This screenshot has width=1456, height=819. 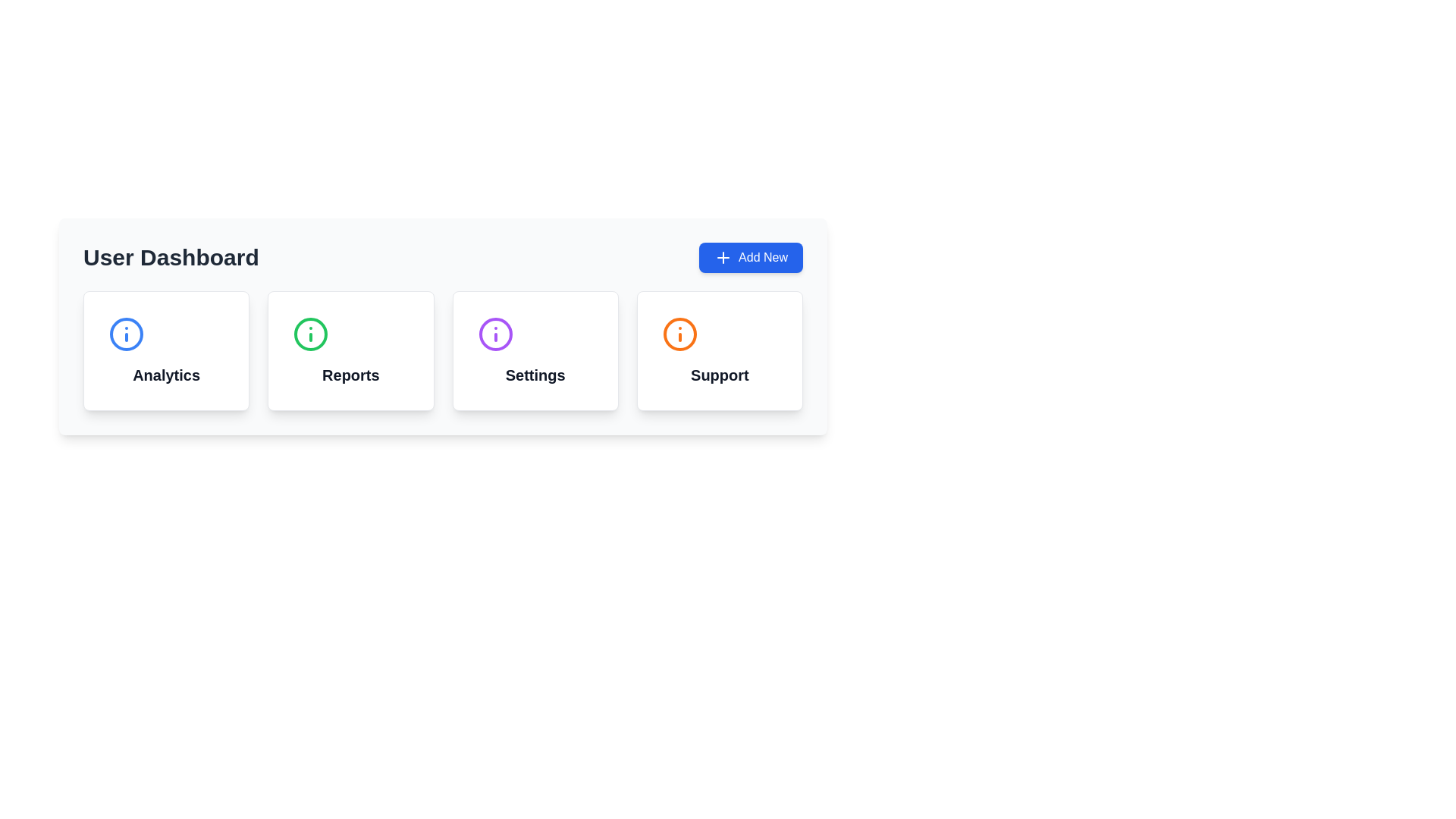 What do you see at coordinates (495, 333) in the screenshot?
I see `the purple circular icon with the letter 'i' that is centrally aligned within the 'Settings' card to focus it` at bounding box center [495, 333].